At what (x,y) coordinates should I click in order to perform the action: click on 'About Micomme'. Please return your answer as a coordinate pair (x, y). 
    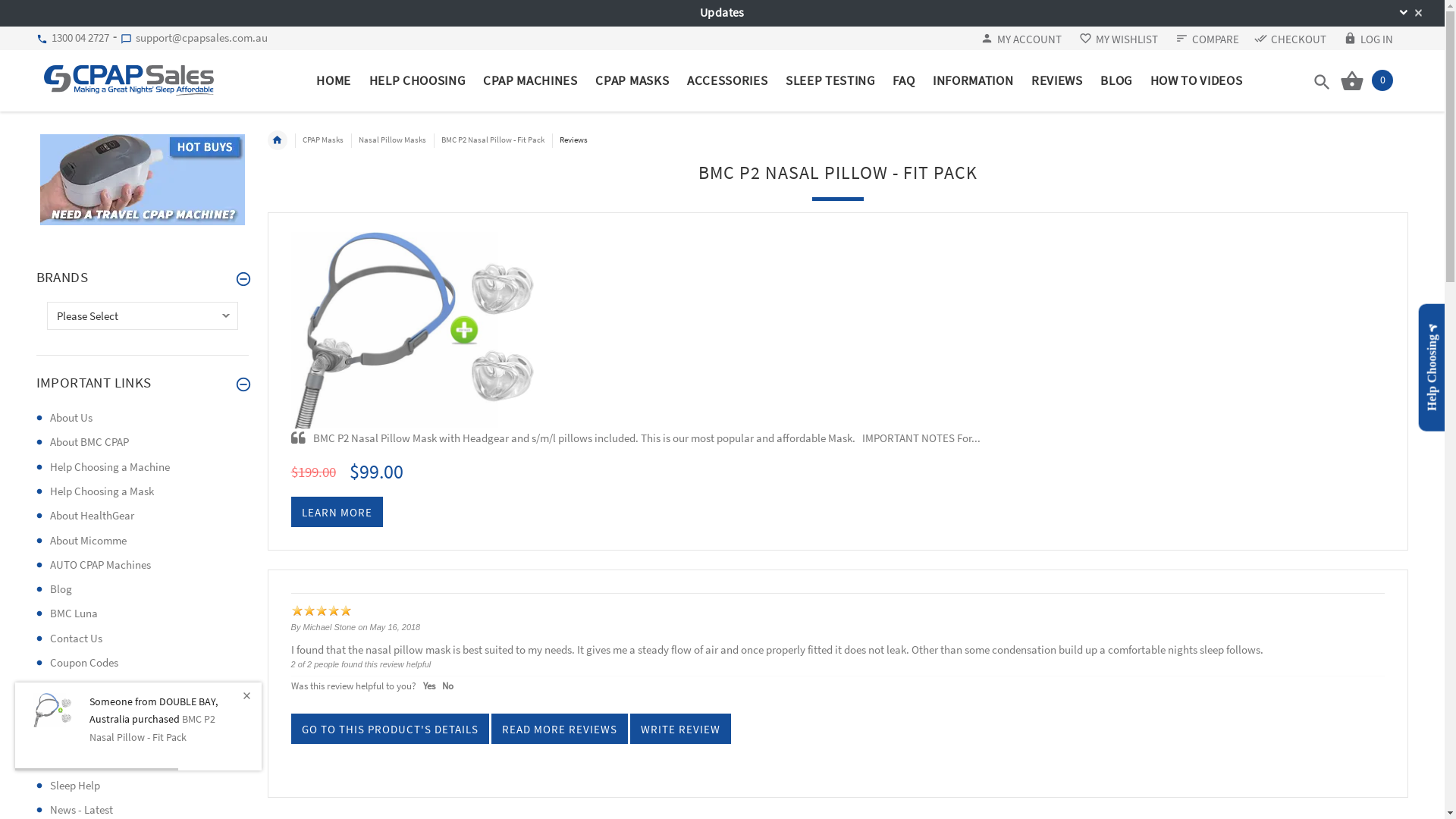
    Looking at the image, I should click on (87, 538).